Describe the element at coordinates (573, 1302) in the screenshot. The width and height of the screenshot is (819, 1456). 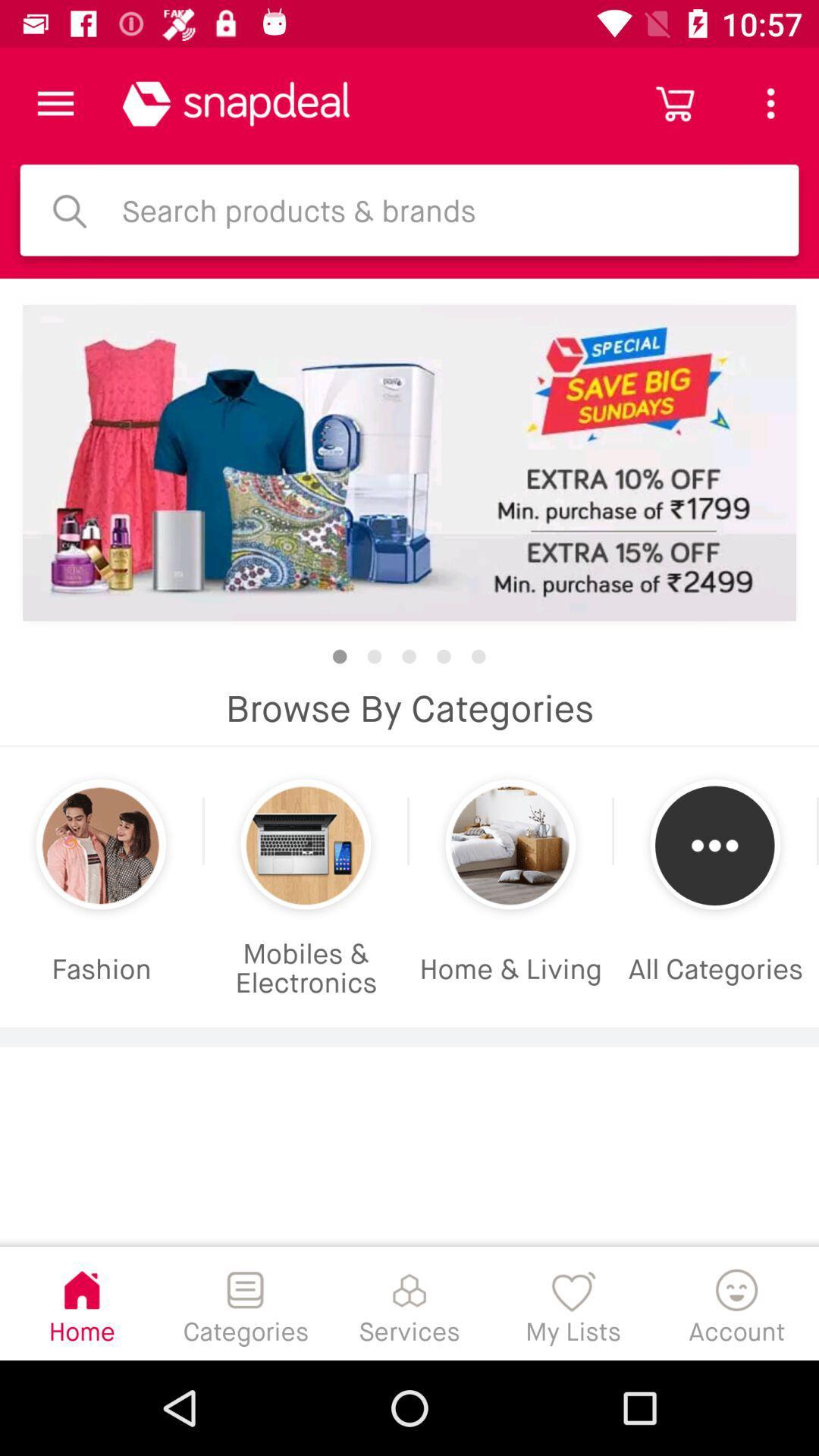
I see `the item to the left of the account item` at that location.